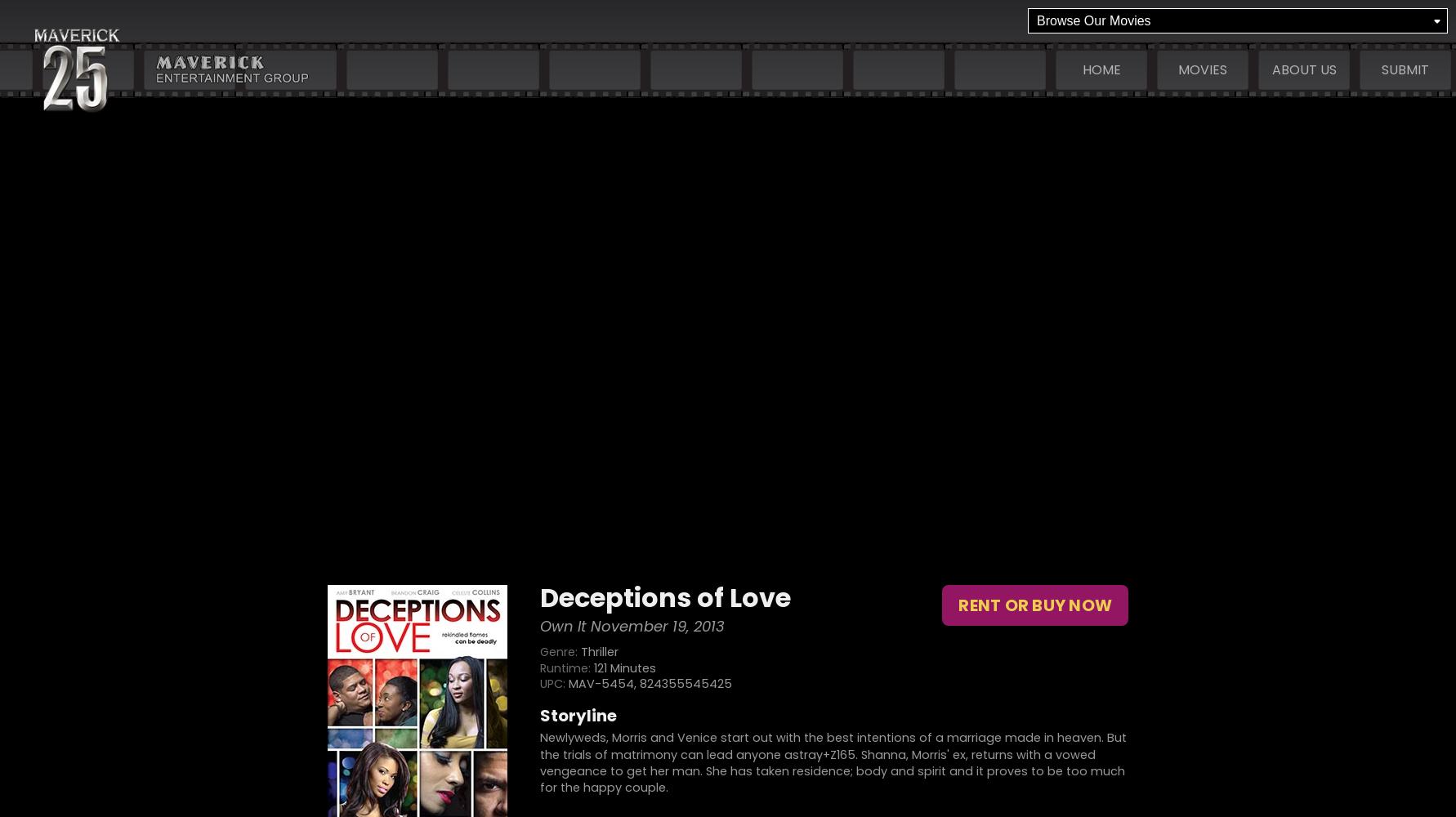  Describe the element at coordinates (577, 716) in the screenshot. I see `'Storyline'` at that location.